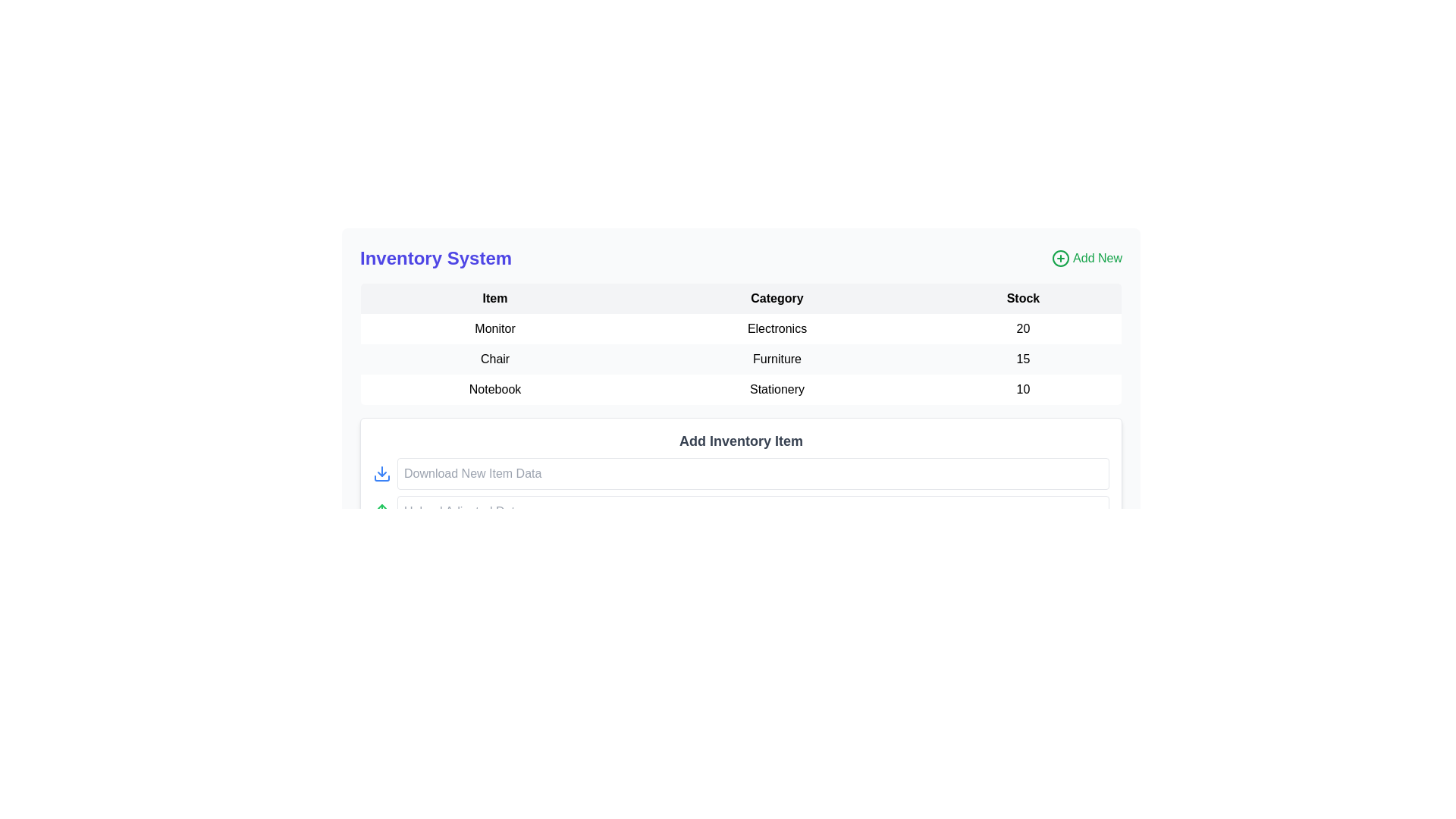 The width and height of the screenshot is (1456, 819). Describe the element at coordinates (1023, 328) in the screenshot. I see `the text label displaying the stock quantity of the inventory item in the third column of the row that begins with 'Monitor' in the table` at that location.